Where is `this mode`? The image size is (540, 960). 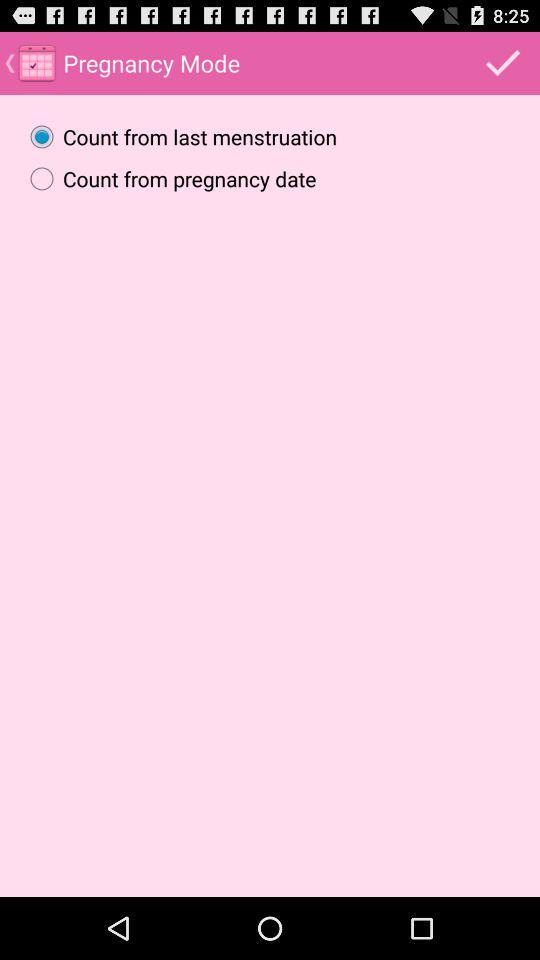 this mode is located at coordinates (502, 62).